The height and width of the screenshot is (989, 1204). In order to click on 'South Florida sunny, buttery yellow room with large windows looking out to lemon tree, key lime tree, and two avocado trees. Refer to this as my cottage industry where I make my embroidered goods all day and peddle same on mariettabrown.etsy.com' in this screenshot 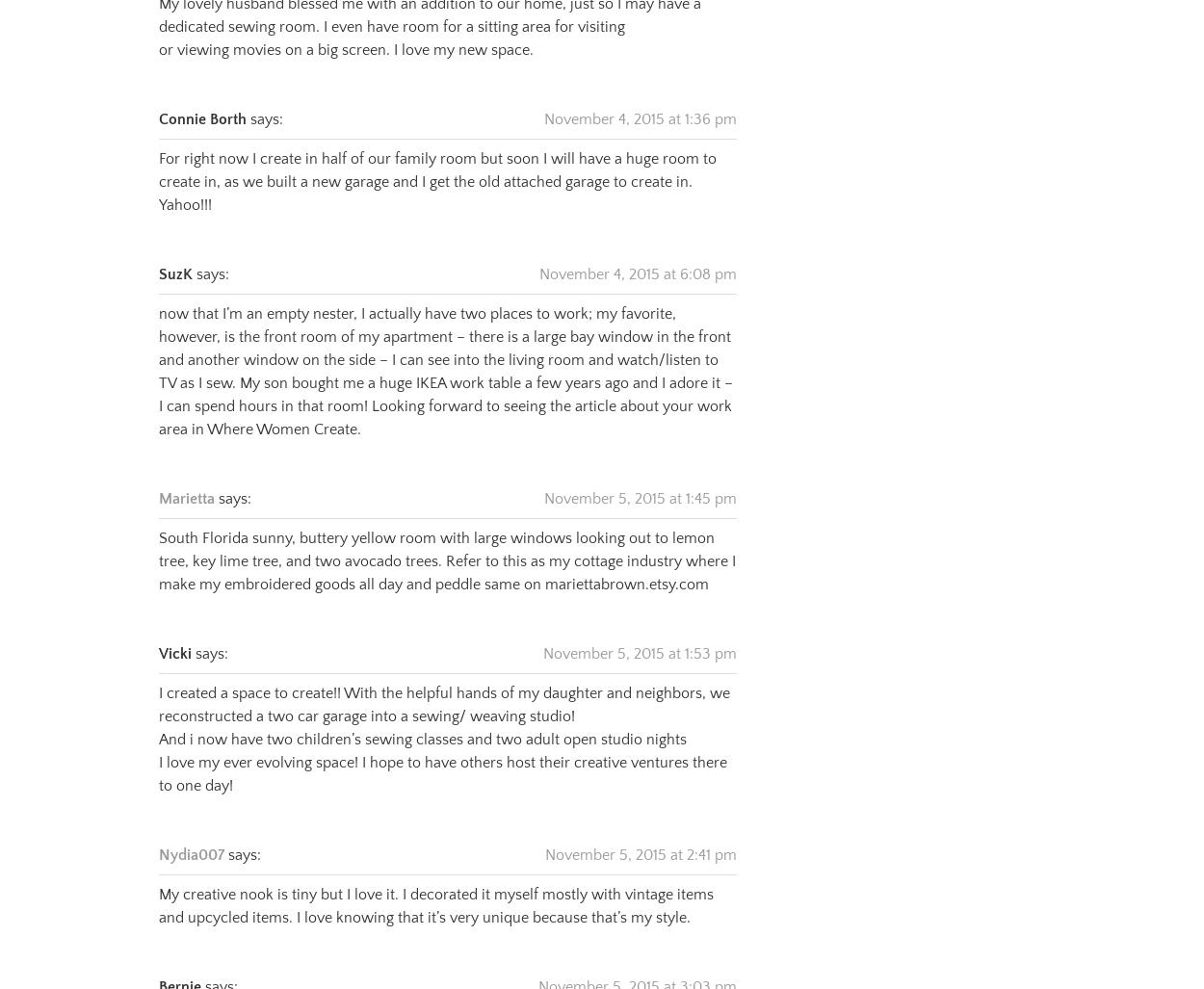, I will do `click(446, 535)`.